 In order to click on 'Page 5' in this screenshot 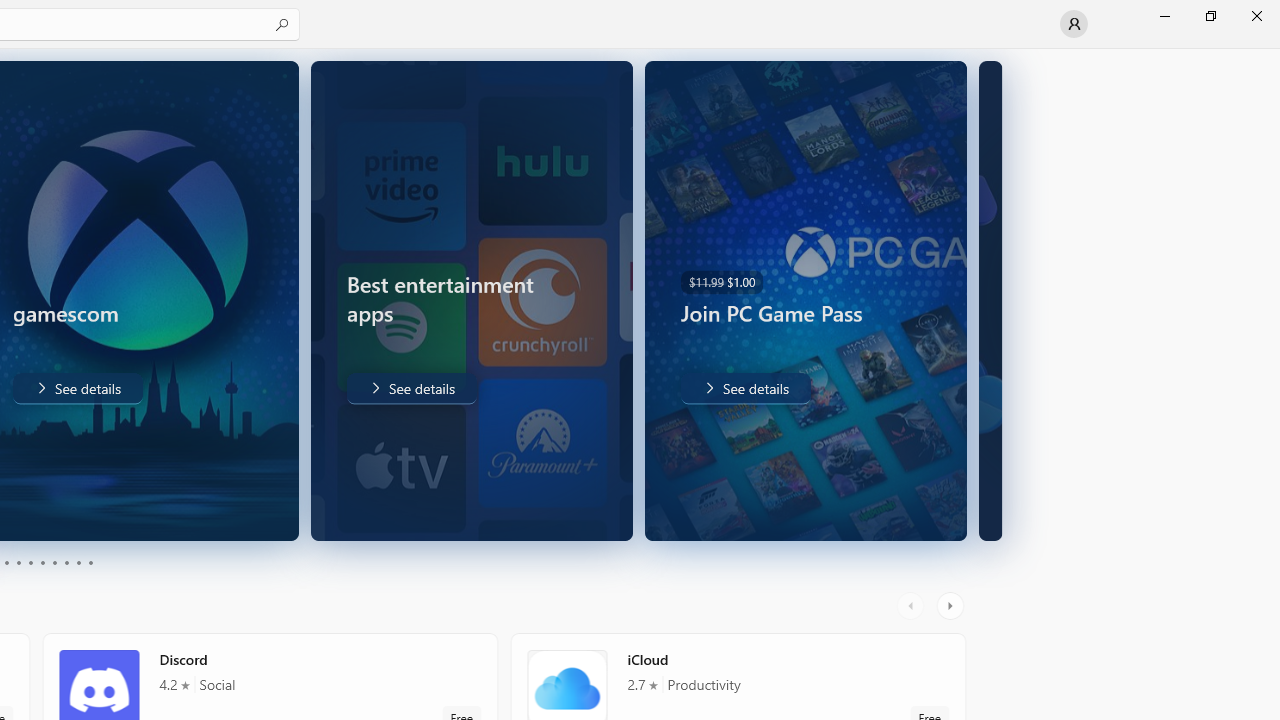, I will do `click(30, 563)`.